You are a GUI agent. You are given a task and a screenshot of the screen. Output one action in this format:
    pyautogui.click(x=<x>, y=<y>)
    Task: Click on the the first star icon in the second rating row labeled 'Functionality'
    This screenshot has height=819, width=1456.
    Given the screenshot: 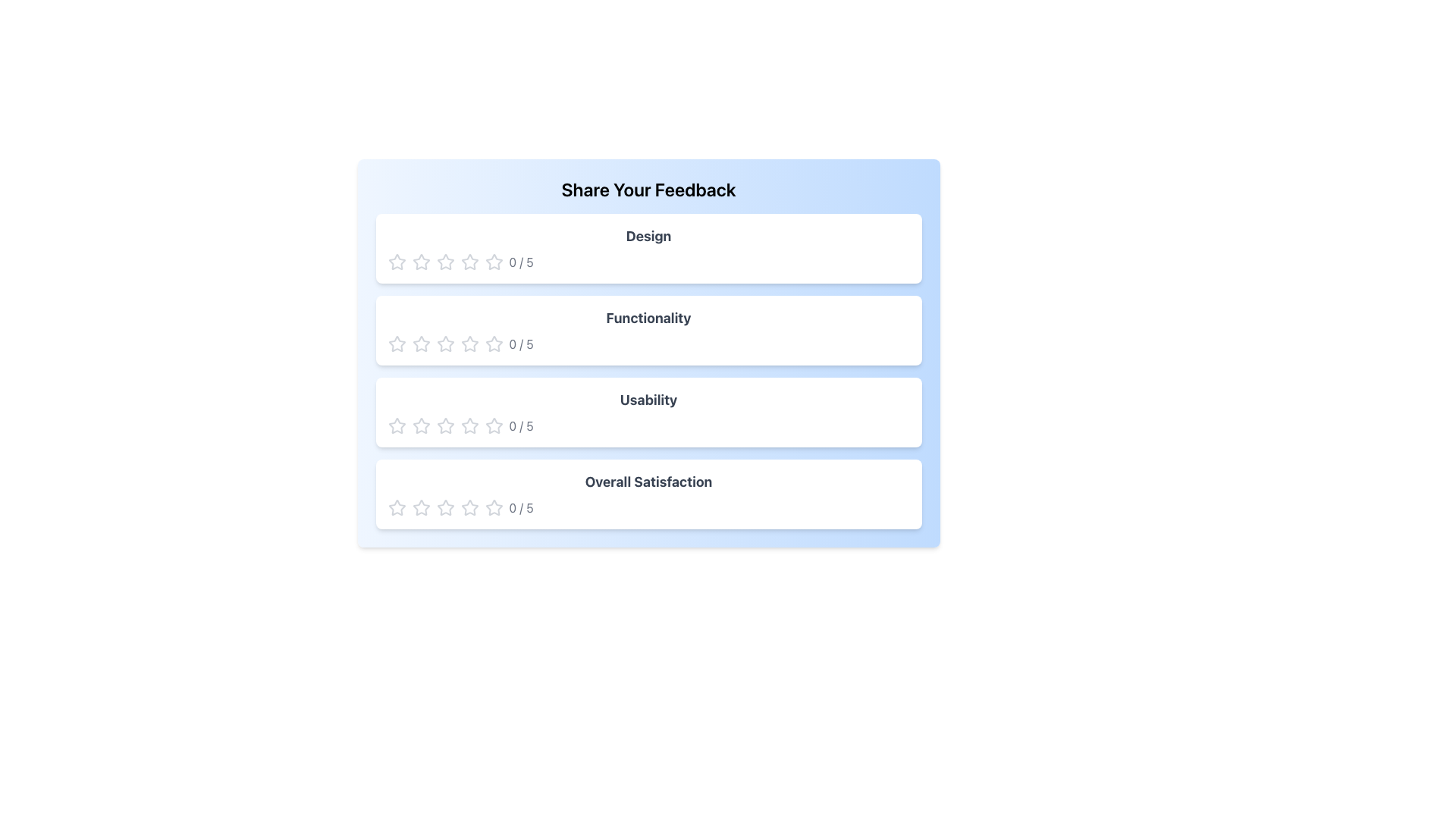 What is the action you would take?
    pyautogui.click(x=421, y=344)
    